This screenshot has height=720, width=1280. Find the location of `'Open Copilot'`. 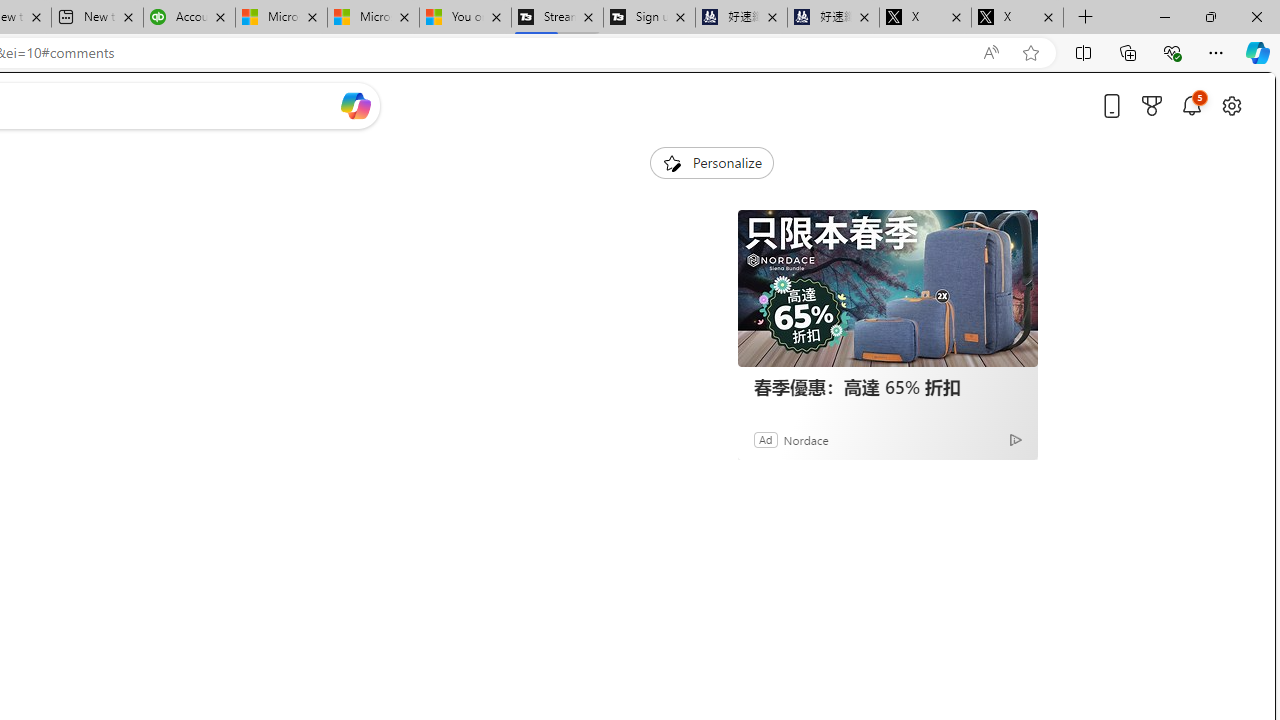

'Open Copilot' is located at coordinates (355, 105).